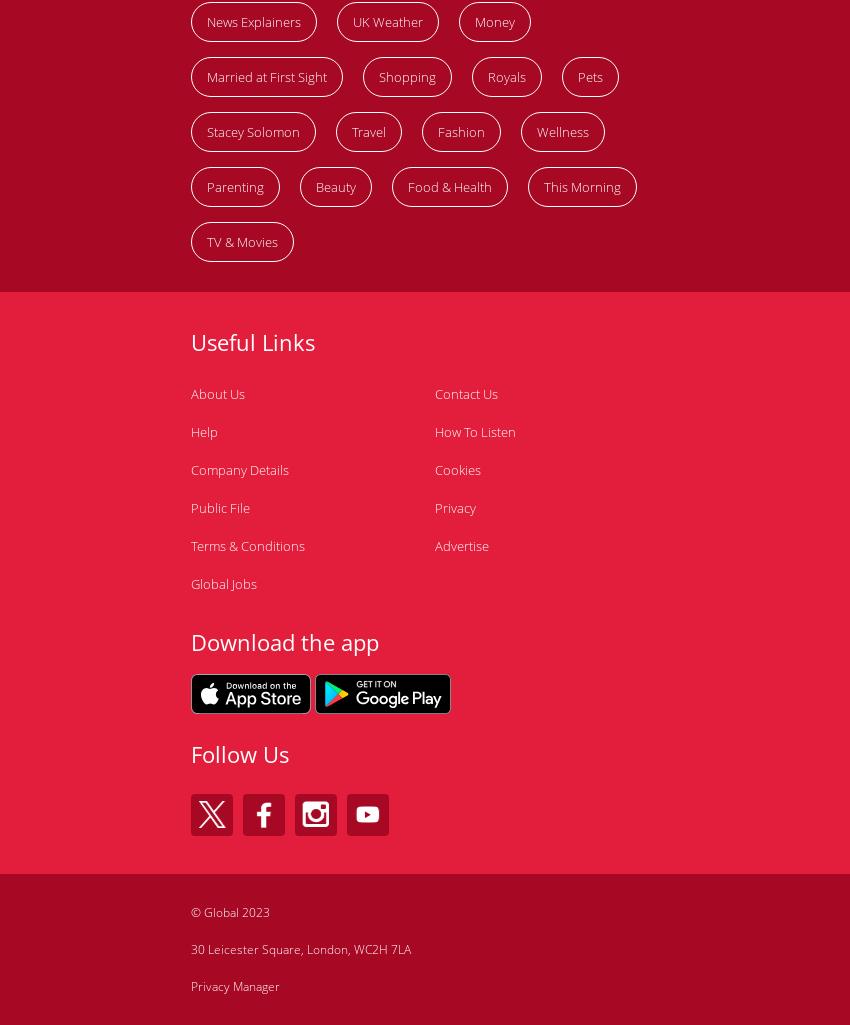  What do you see at coordinates (507, 74) in the screenshot?
I see `'Royals'` at bounding box center [507, 74].